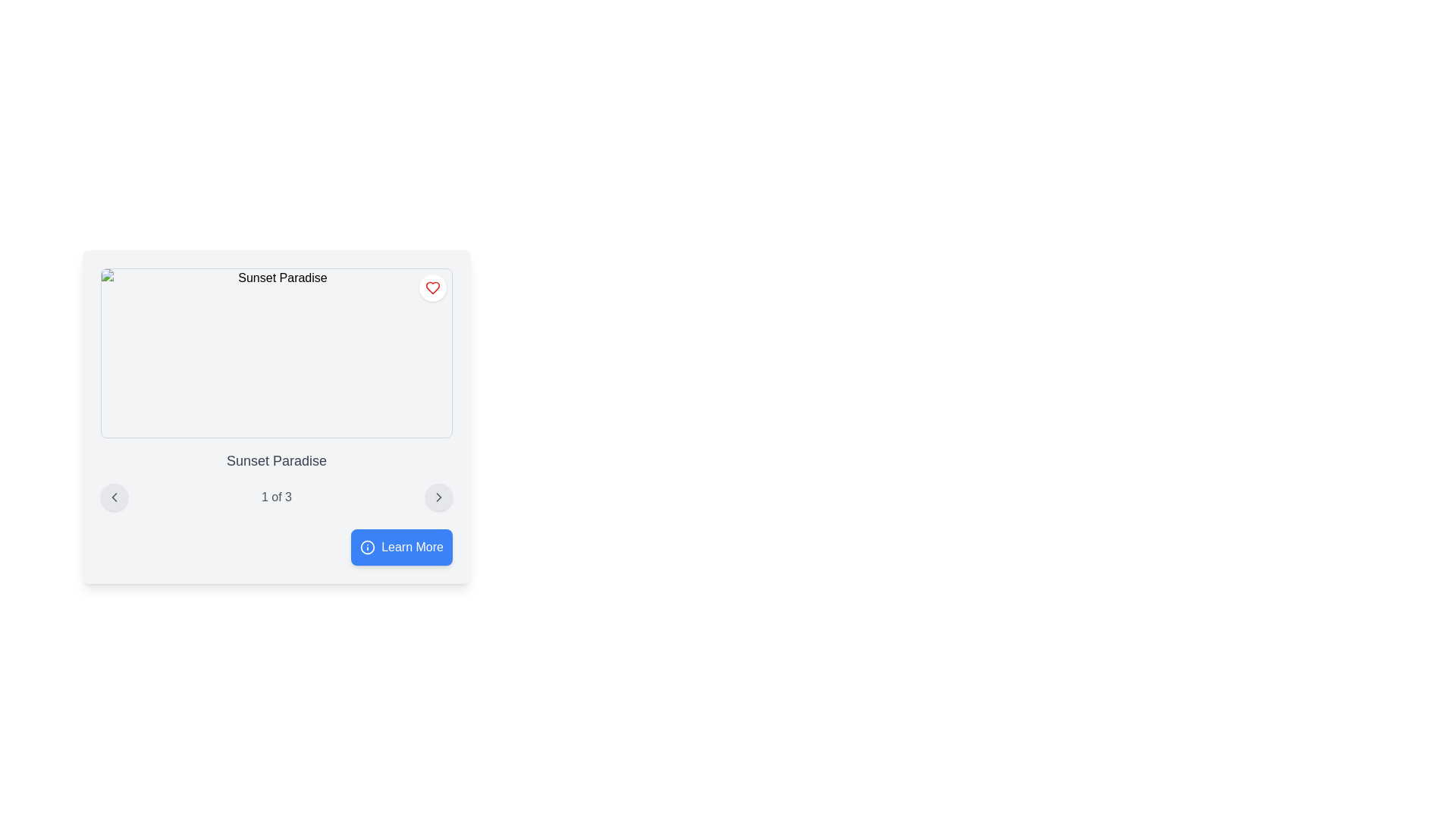 The image size is (1456, 819). Describe the element at coordinates (276, 497) in the screenshot. I see `text displayed in the medium-sized gray font labeled '1 of 3', which is centrally positioned between a left and right arrow icon` at that location.